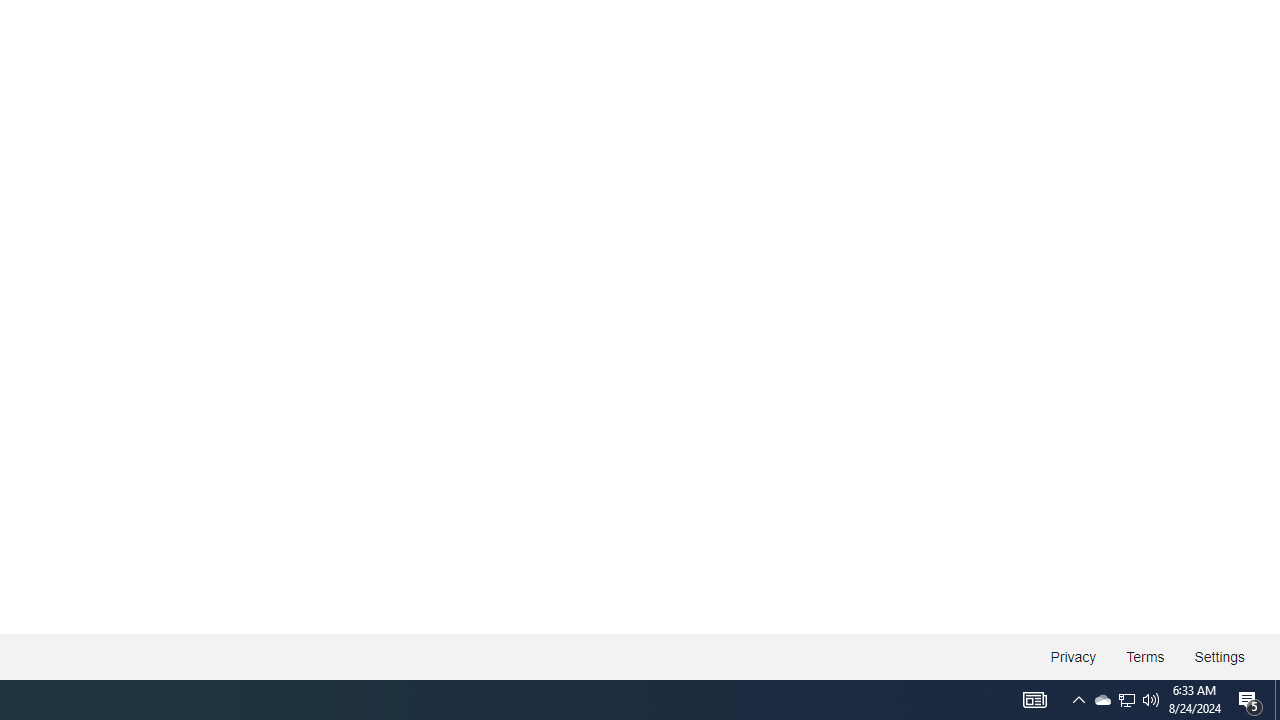 The height and width of the screenshot is (720, 1280). What do you see at coordinates (1218, 657) in the screenshot?
I see `'Settings'` at bounding box center [1218, 657].